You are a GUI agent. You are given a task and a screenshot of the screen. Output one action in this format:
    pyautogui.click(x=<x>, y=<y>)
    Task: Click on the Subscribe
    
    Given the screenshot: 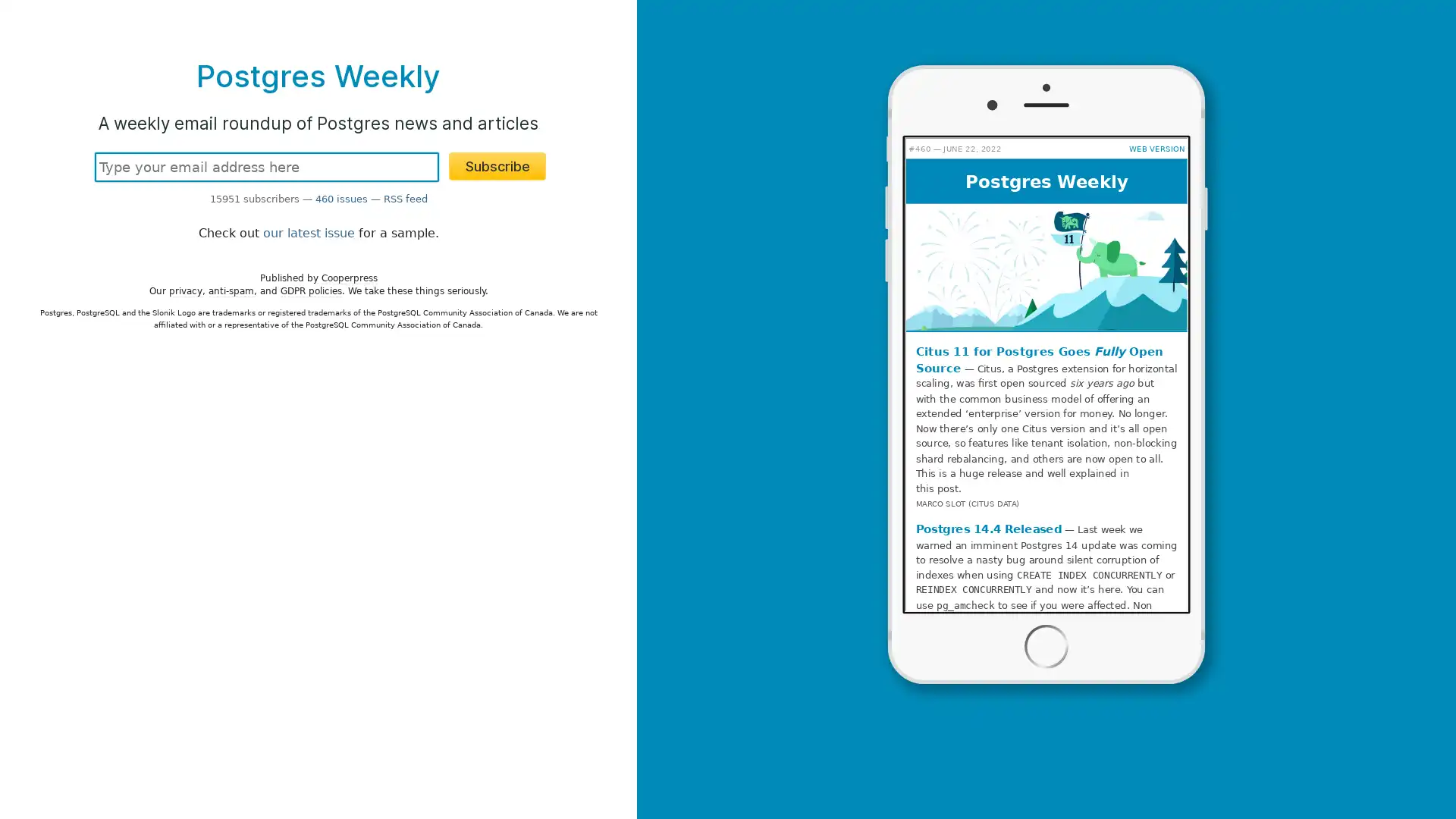 What is the action you would take?
    pyautogui.click(x=497, y=166)
    